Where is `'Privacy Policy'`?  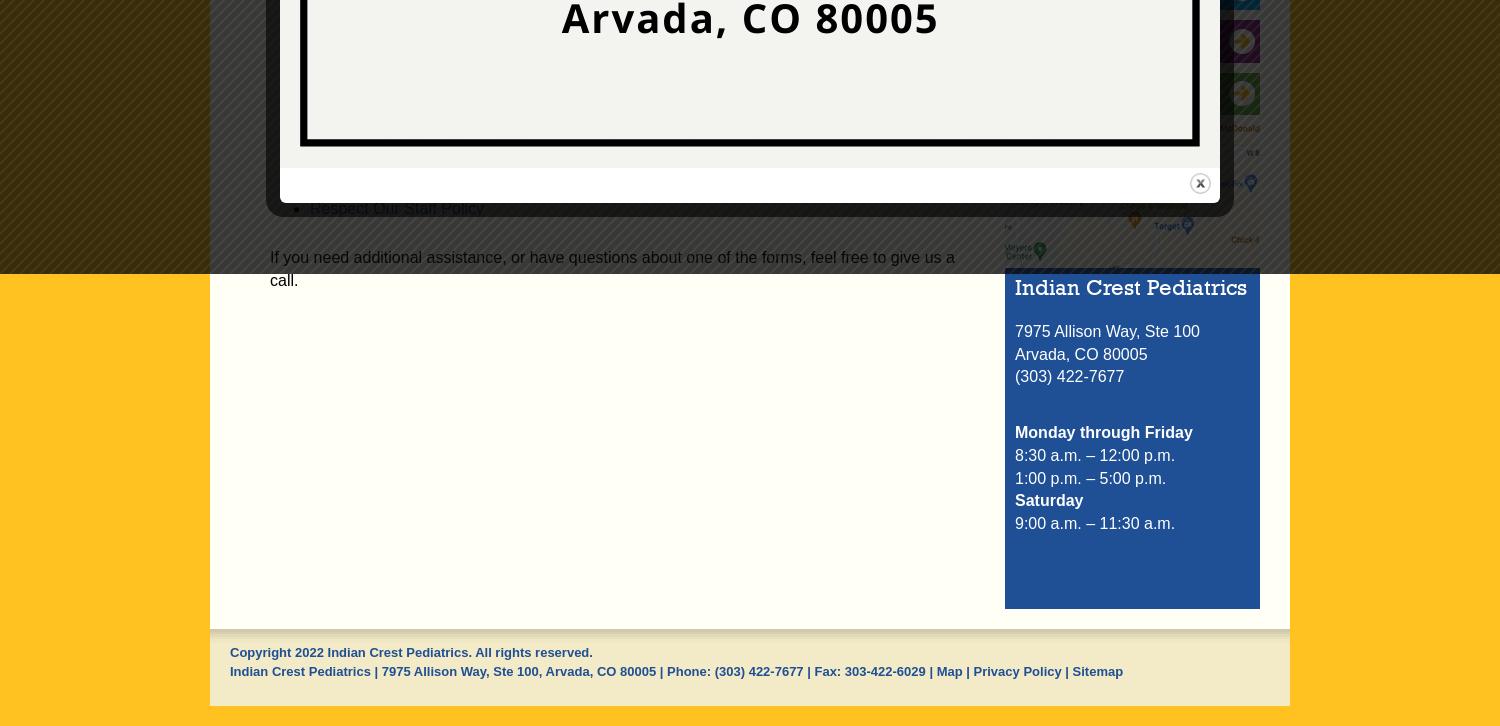 'Privacy Policy' is located at coordinates (1017, 669).